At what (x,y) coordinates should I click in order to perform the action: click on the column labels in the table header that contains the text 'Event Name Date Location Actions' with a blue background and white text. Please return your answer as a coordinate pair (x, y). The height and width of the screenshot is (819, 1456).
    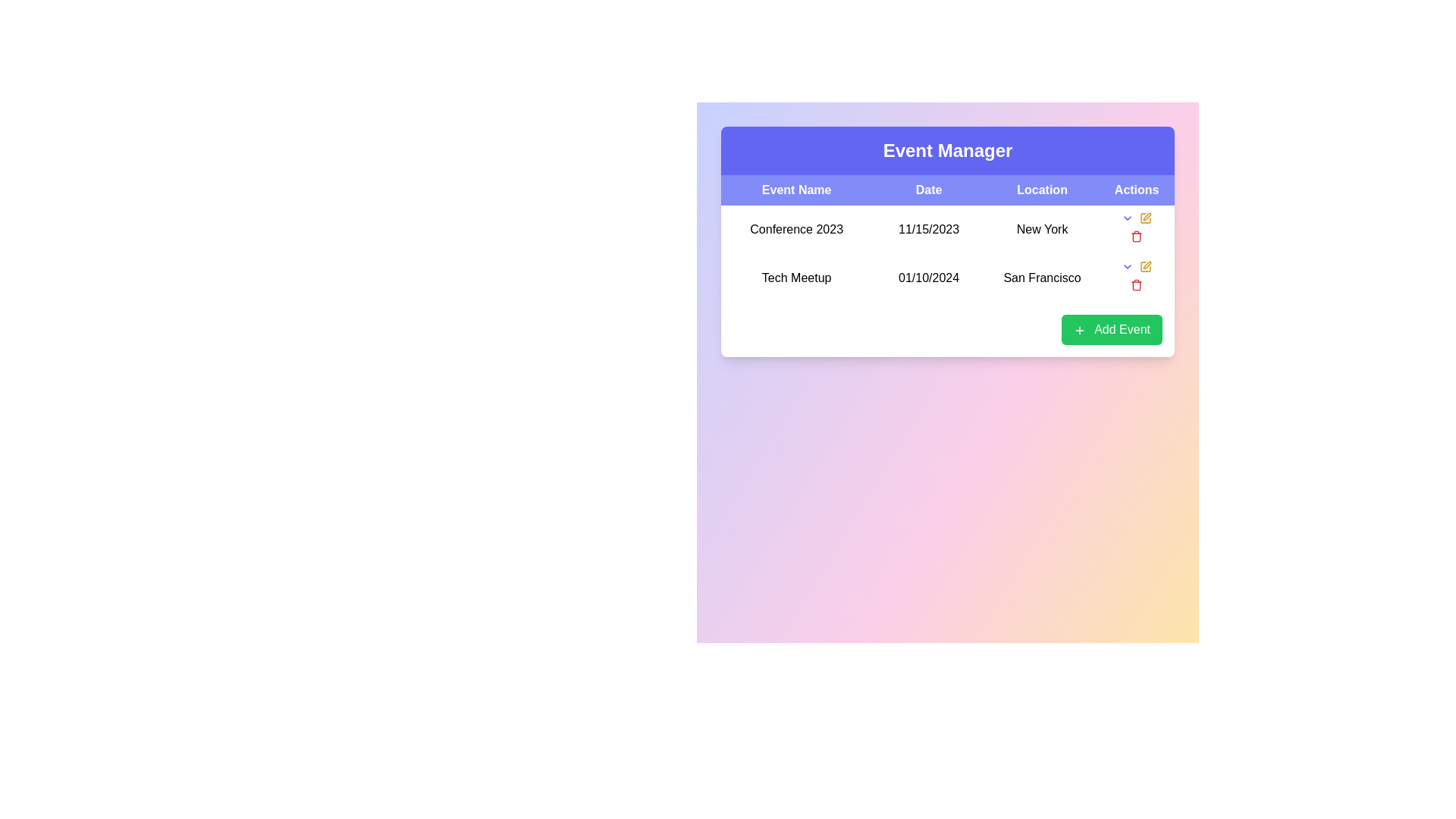
    Looking at the image, I should click on (946, 189).